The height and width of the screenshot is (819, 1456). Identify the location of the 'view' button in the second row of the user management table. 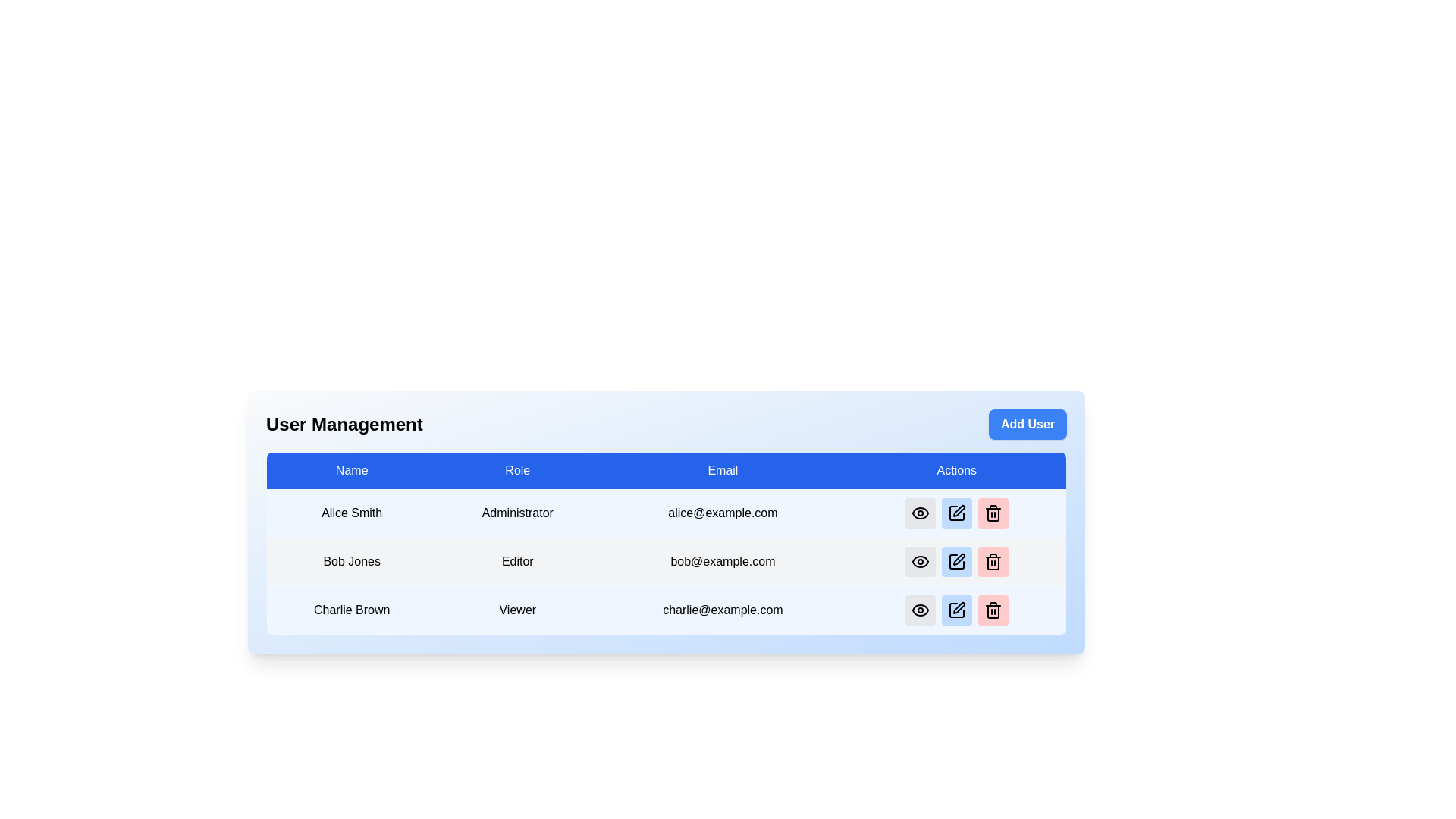
(919, 561).